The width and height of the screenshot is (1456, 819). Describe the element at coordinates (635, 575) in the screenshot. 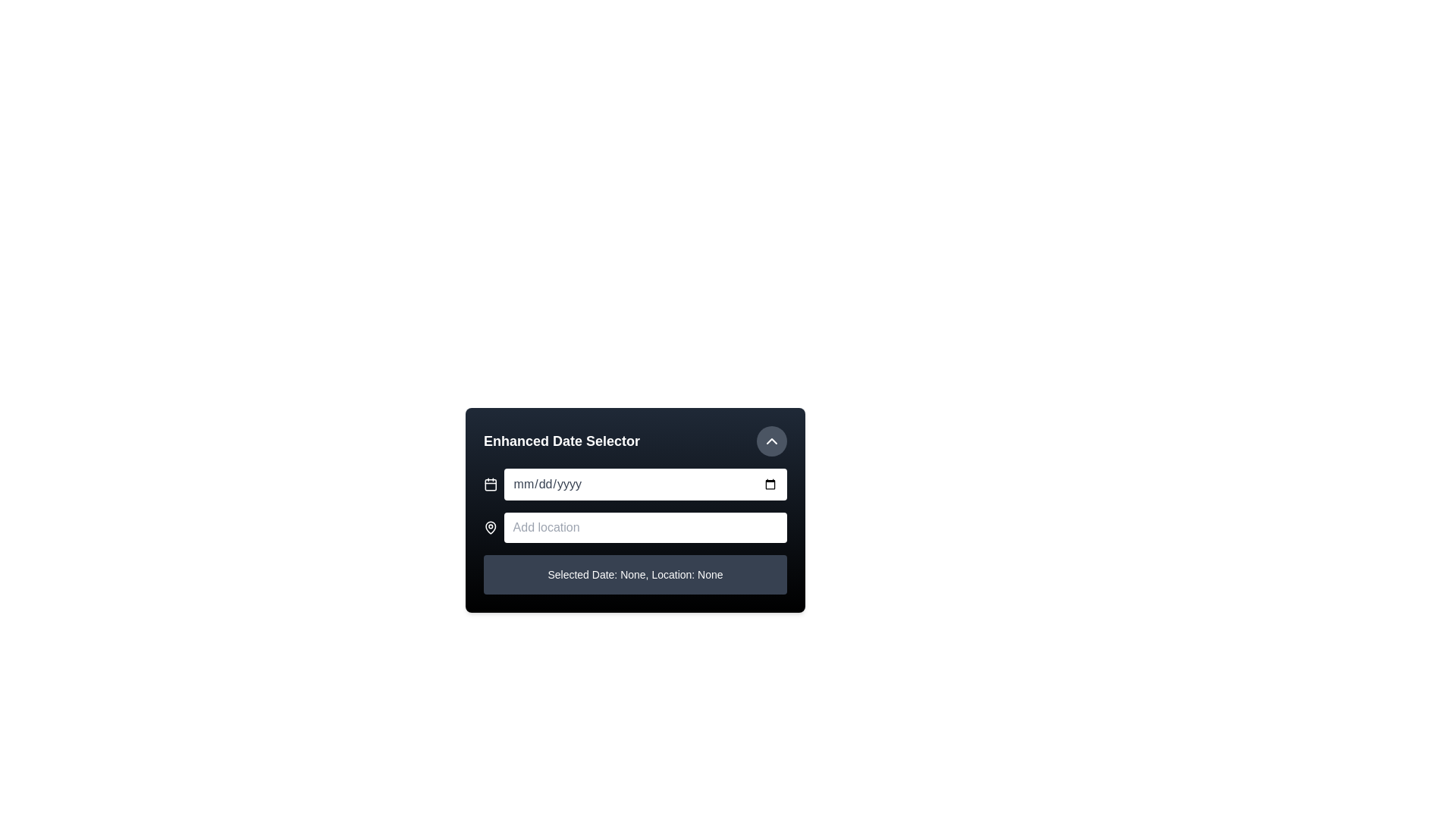

I see `the Static Information Display Box, which has a dark gray background and displays the text 'Selected Date: None, Location: None'` at that location.